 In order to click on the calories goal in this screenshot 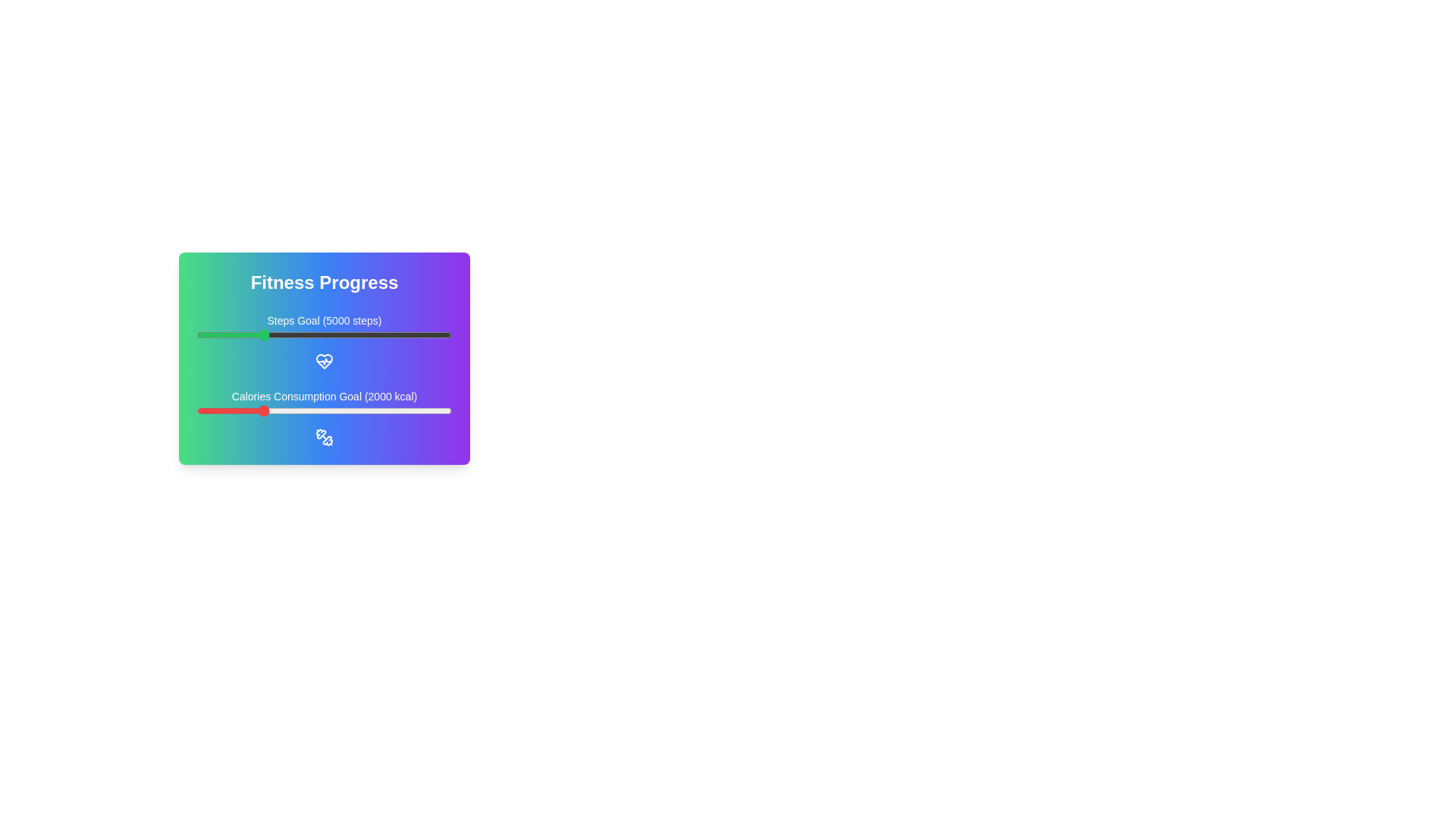, I will do `click(310, 411)`.